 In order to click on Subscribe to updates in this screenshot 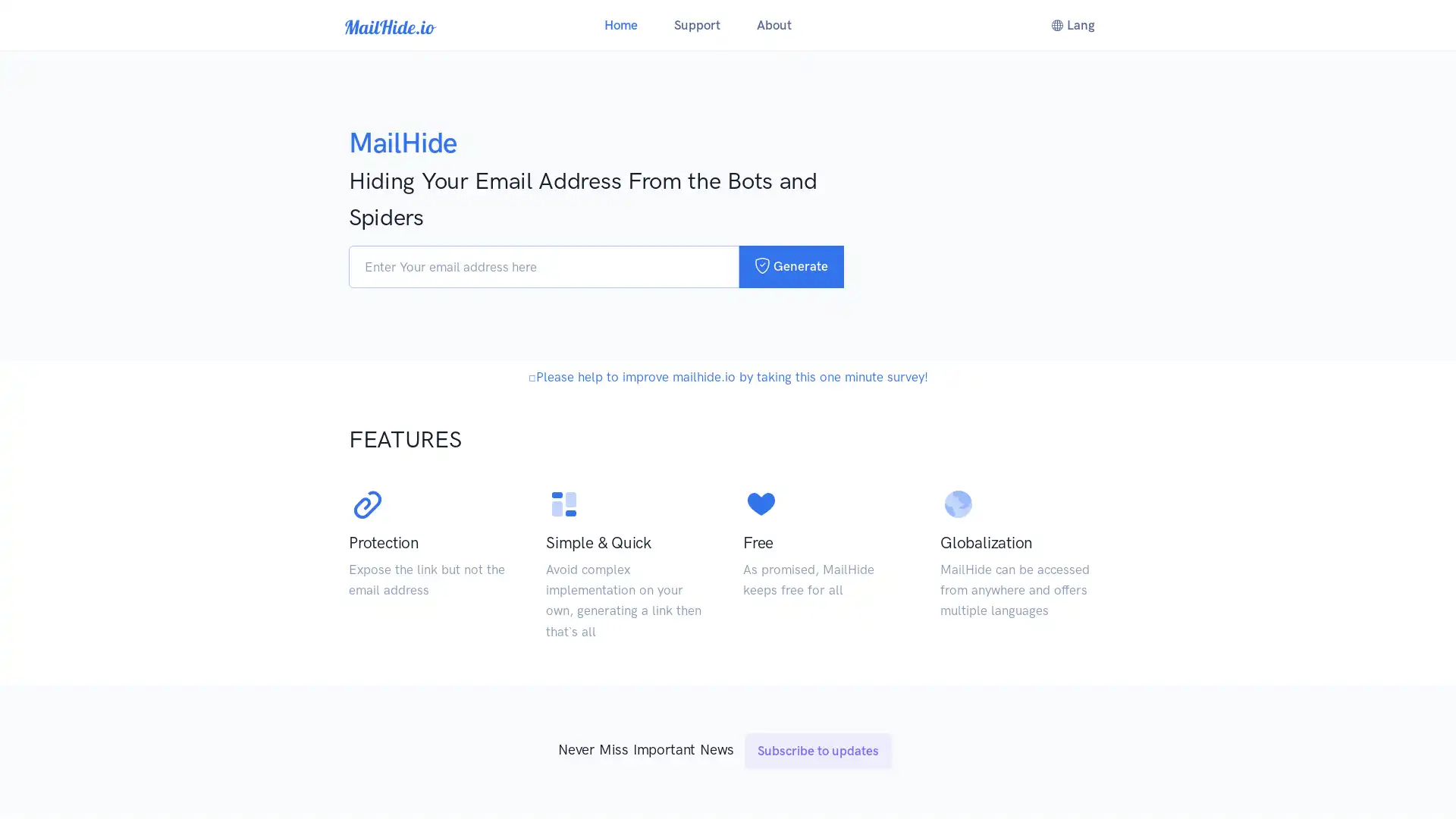, I will do `click(817, 788)`.